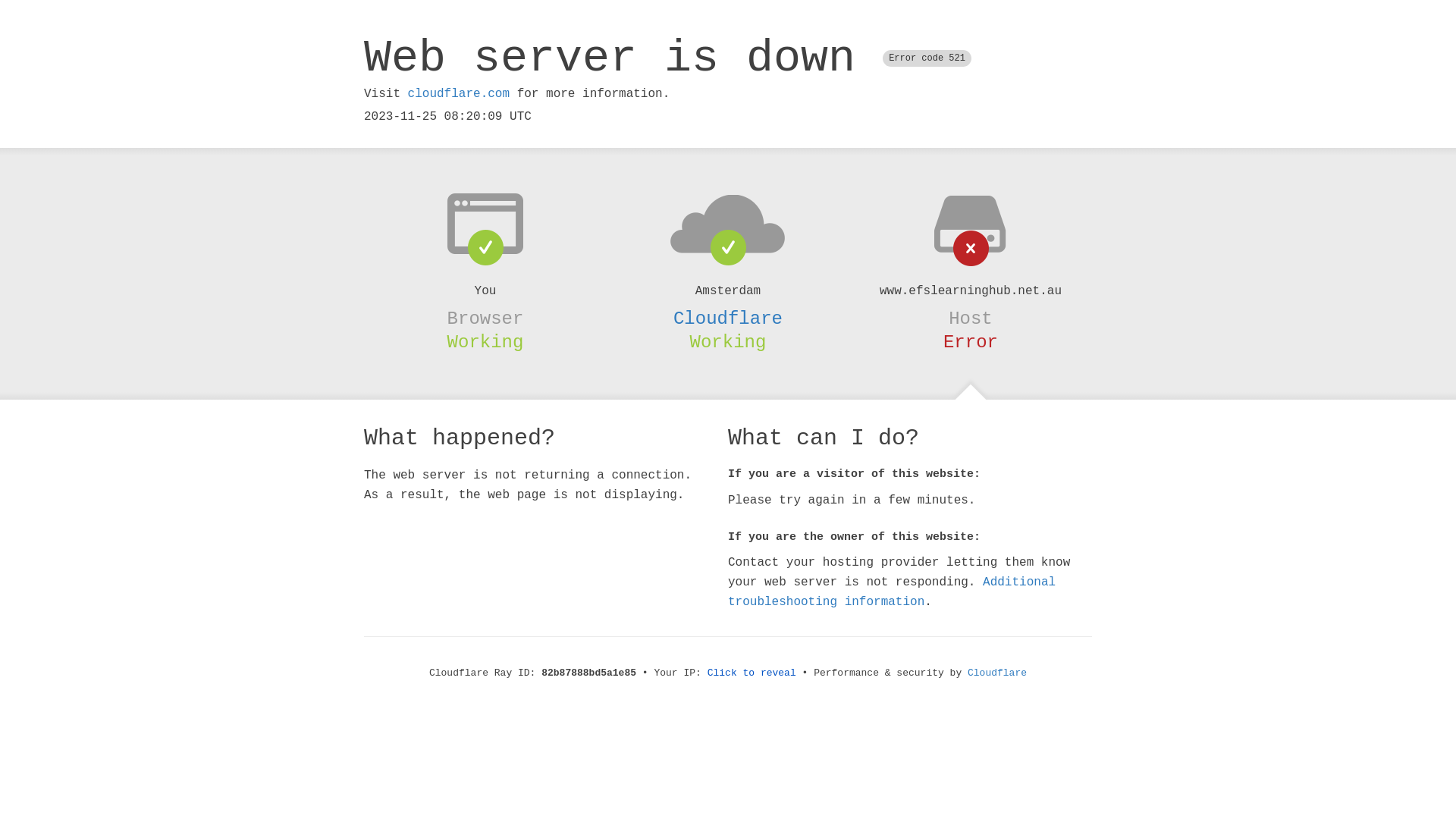 Image resolution: width=1456 pixels, height=819 pixels. What do you see at coordinates (407, 93) in the screenshot?
I see `'cloudflare.com'` at bounding box center [407, 93].